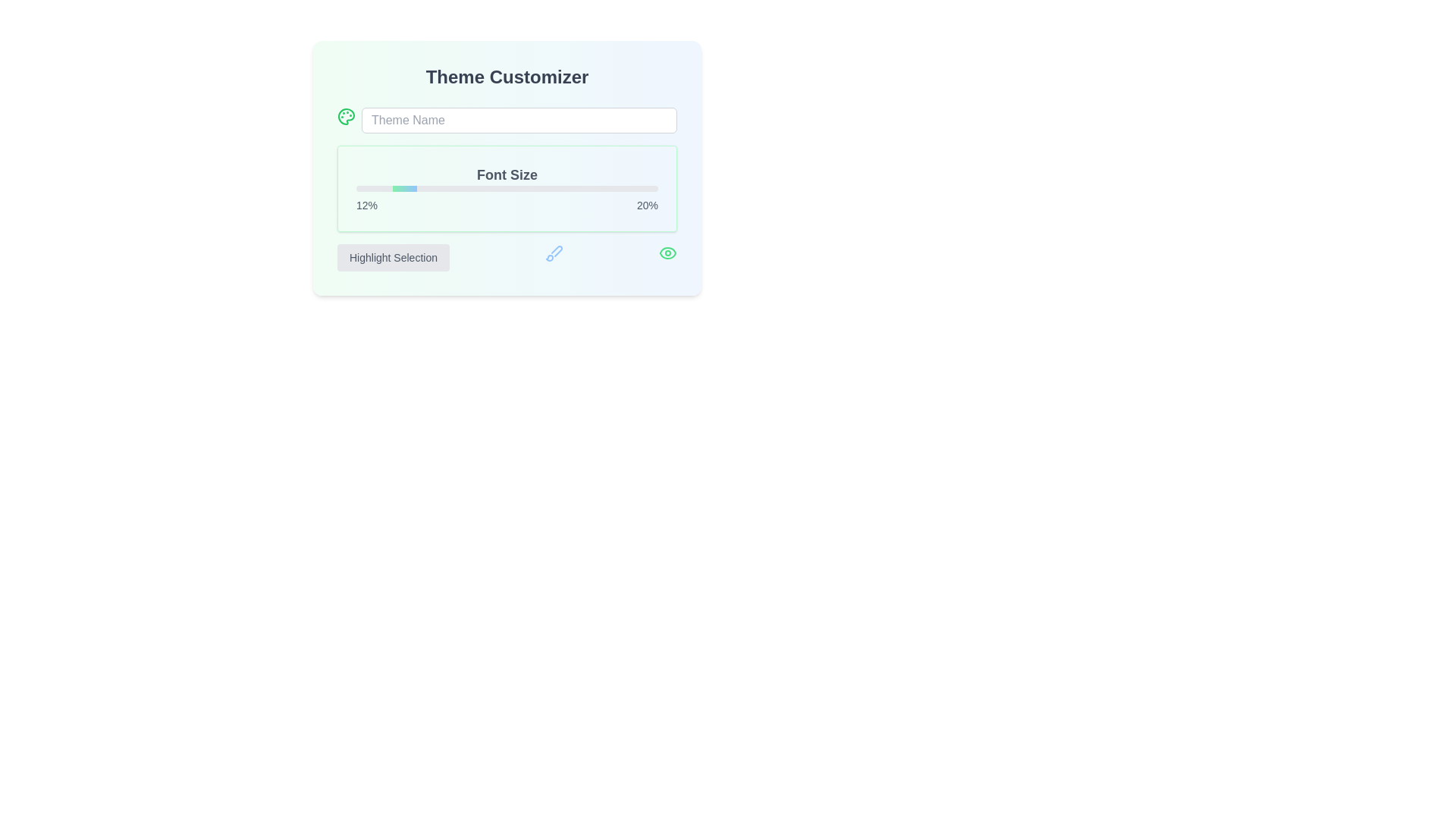 The width and height of the screenshot is (1456, 819). I want to click on the font size, so click(461, 188).